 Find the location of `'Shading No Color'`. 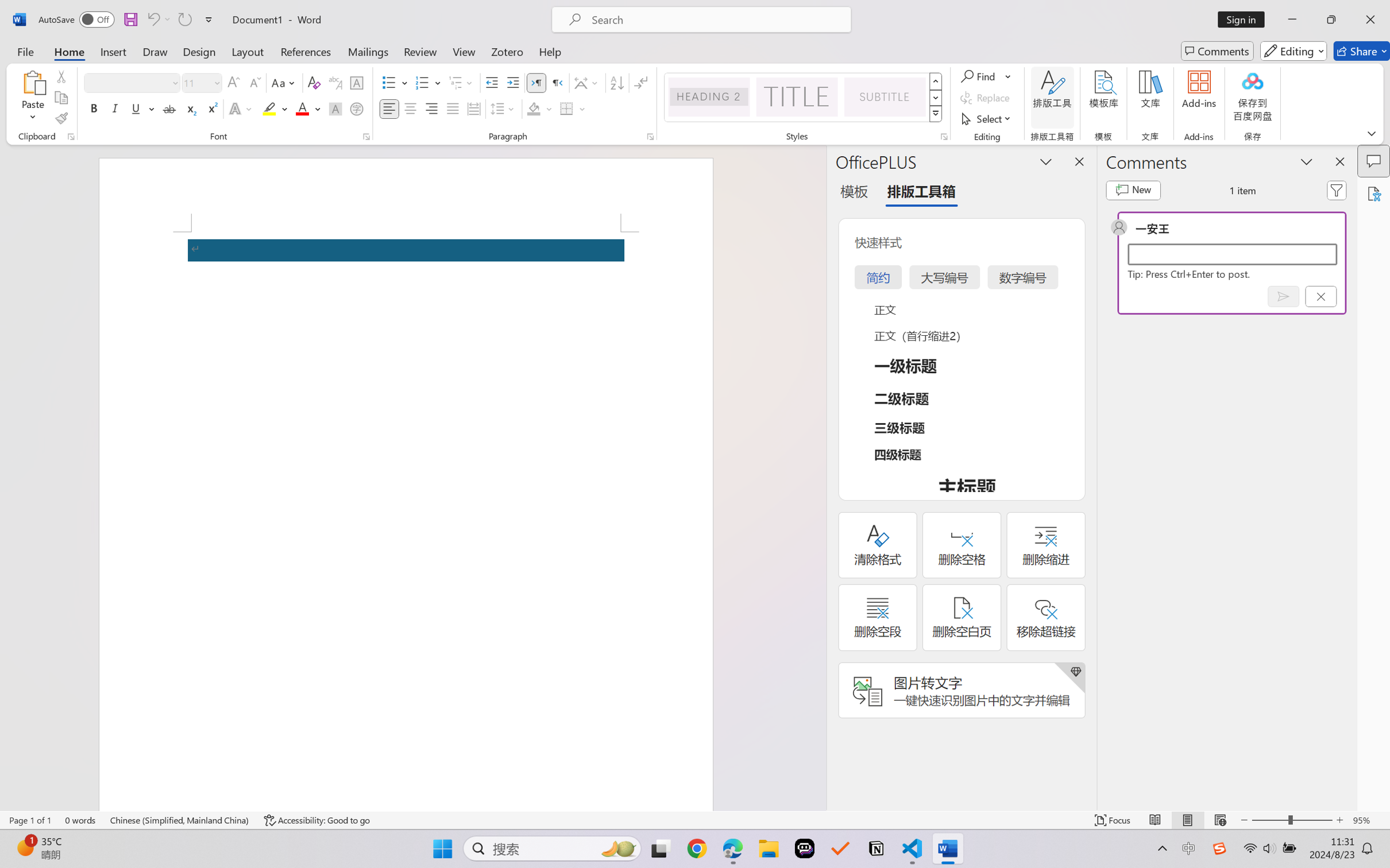

'Shading No Color' is located at coordinates (533, 108).